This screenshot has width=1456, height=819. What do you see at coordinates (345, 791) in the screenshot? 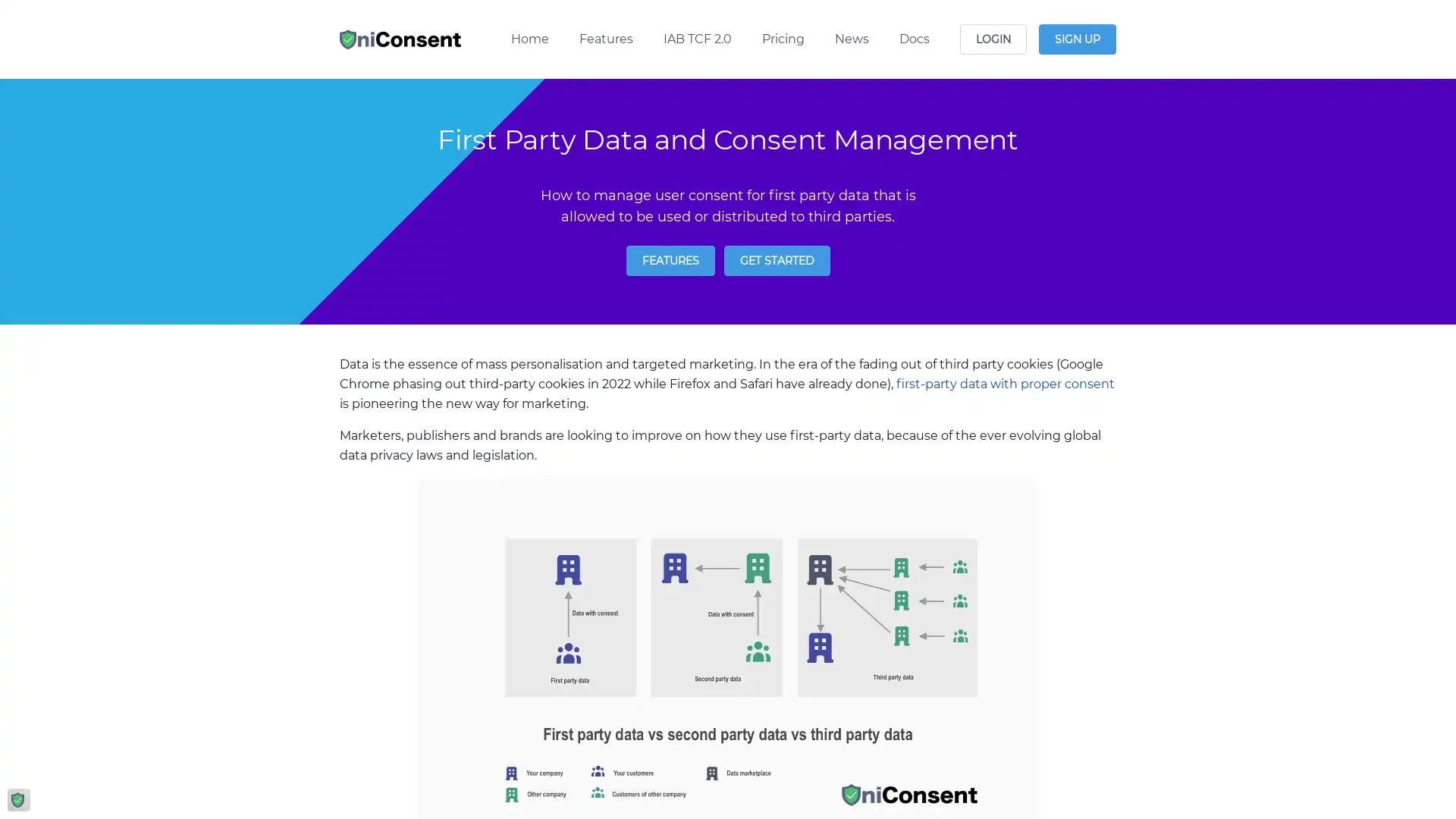
I see `Agree and proceed` at bounding box center [345, 791].